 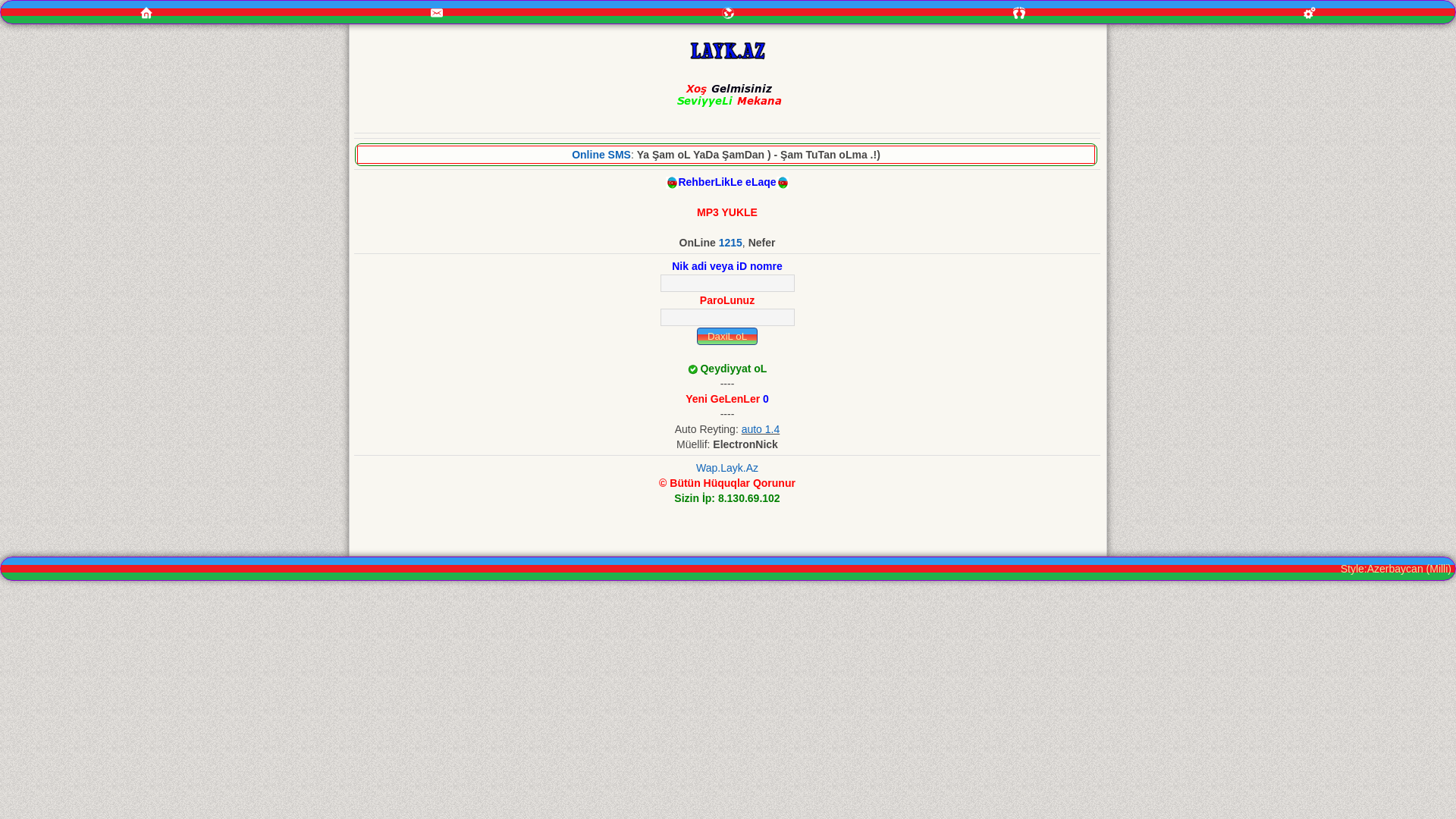 I want to click on 'Qonaqlar', so click(x=1019, y=11).